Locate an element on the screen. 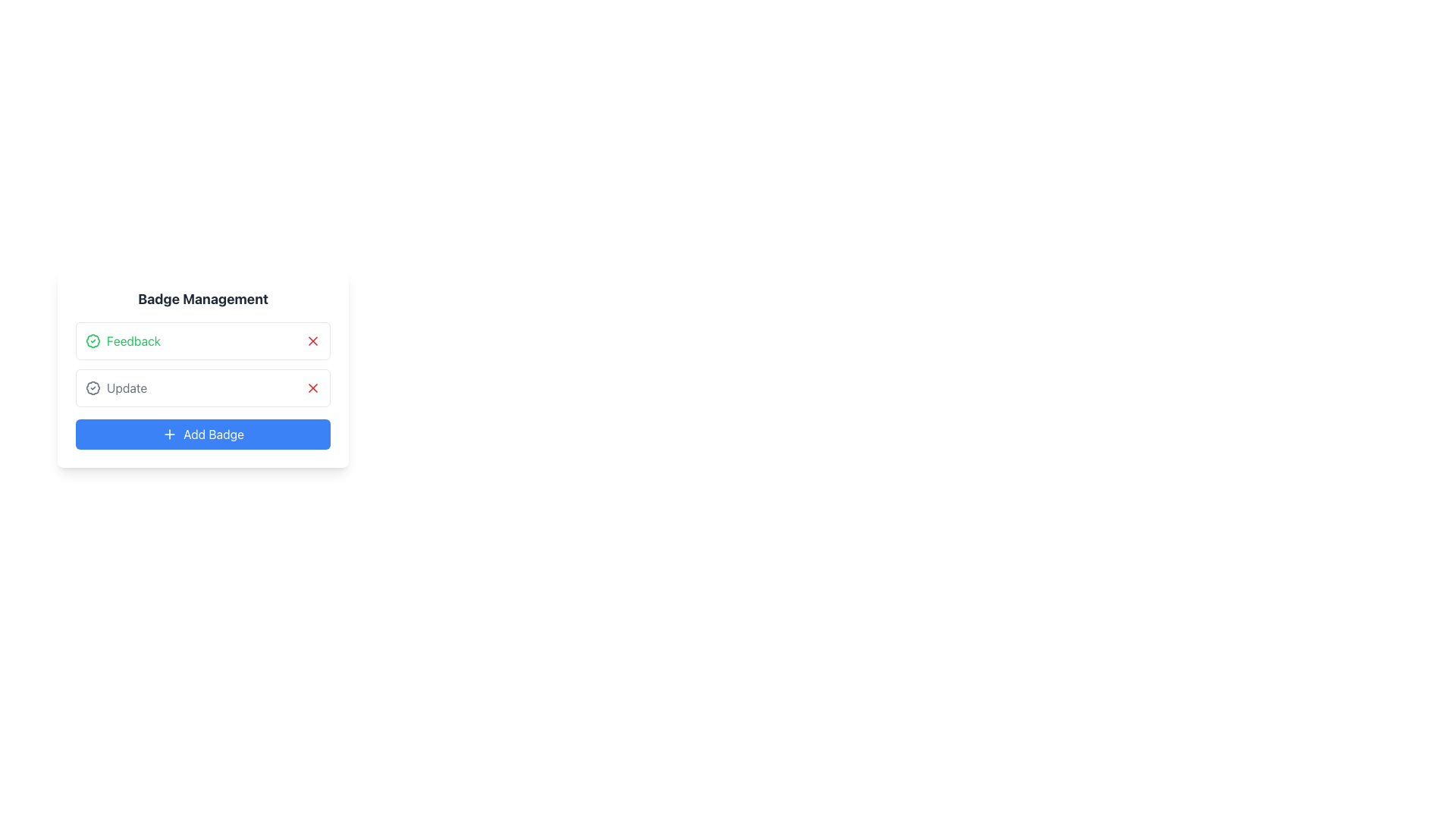 This screenshot has height=819, width=1456. the label with an icon, which indicates the badge status, located at the top of the 'Badge Management' section is located at coordinates (123, 341).